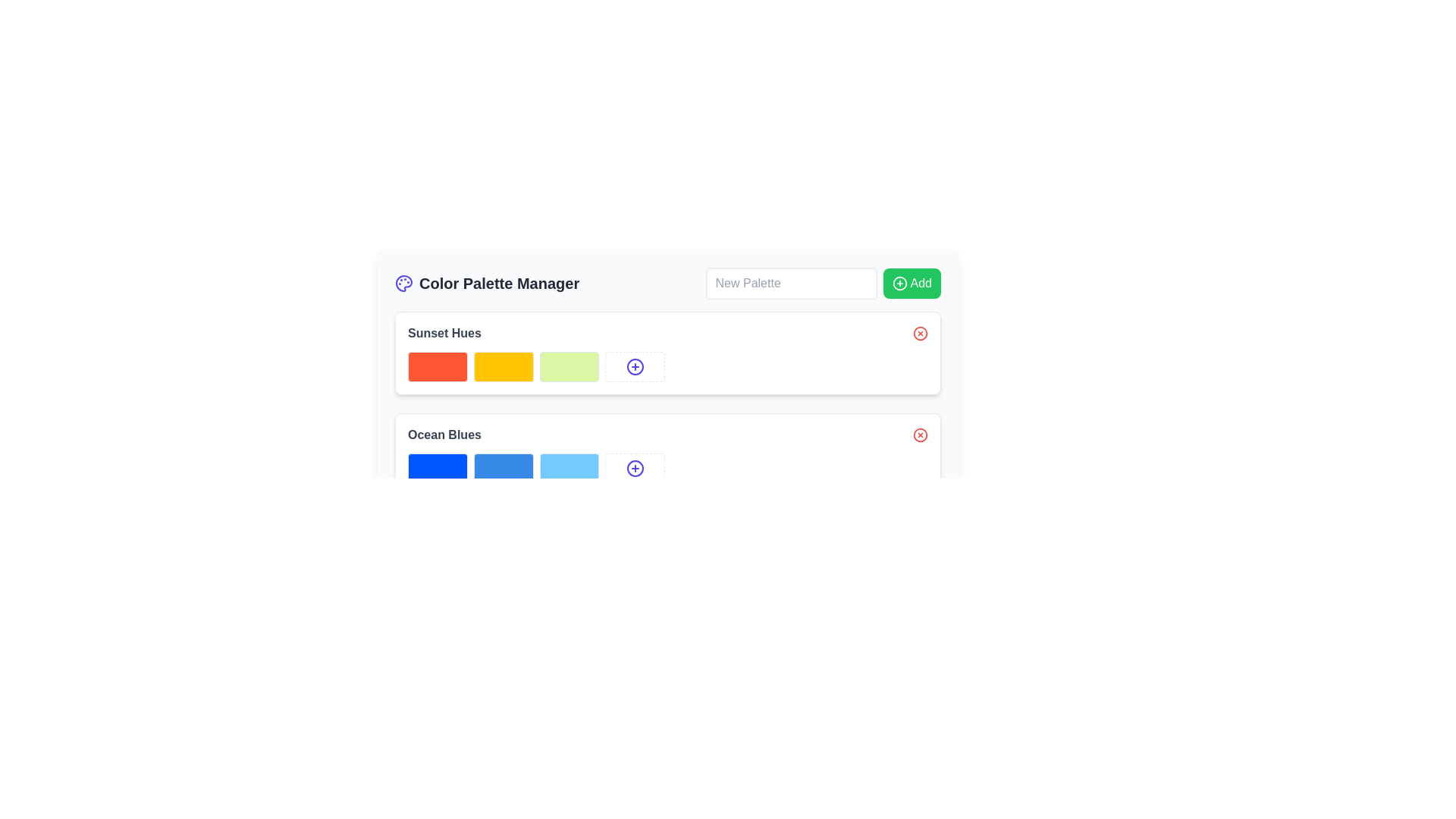 The height and width of the screenshot is (819, 1456). Describe the element at coordinates (920, 435) in the screenshot. I see `the delete button located at the far right of the 'Ocean Blues' palette row to discard the associated data` at that location.